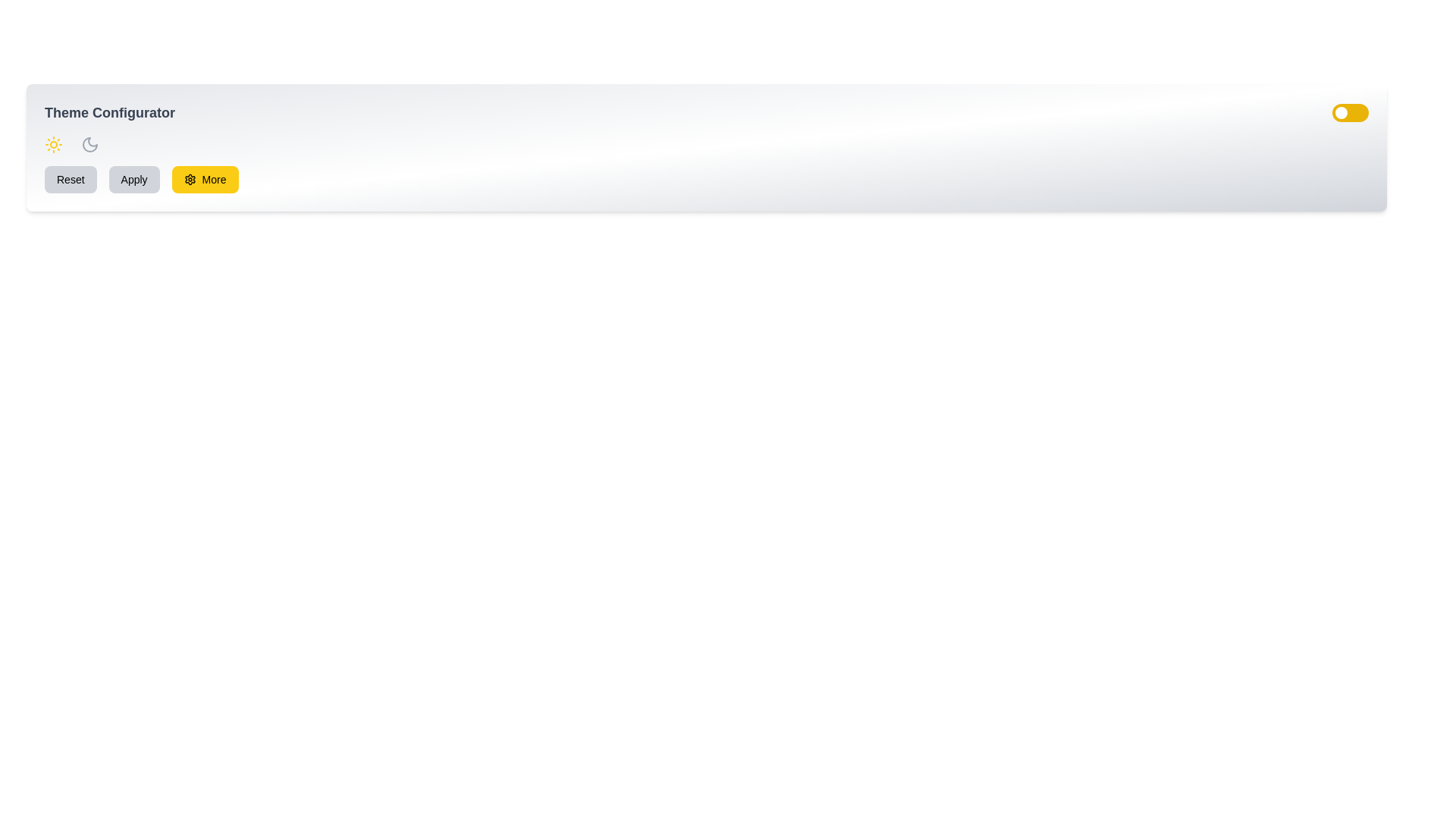  I want to click on the small white circular component of the yellow toggle switch indicator from the left end, so click(1341, 112).